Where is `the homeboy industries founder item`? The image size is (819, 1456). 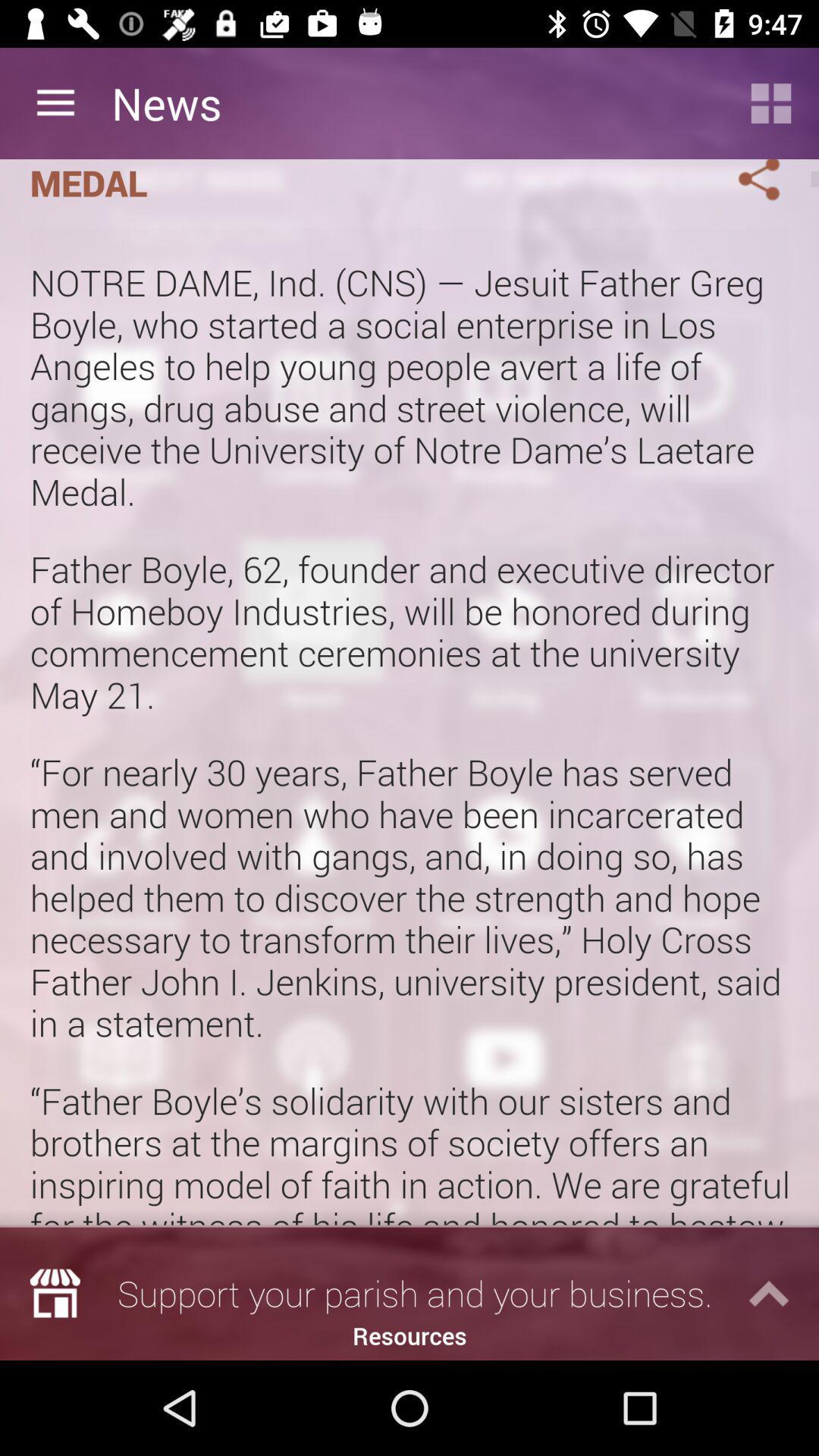
the homeboy industries founder item is located at coordinates (362, 183).